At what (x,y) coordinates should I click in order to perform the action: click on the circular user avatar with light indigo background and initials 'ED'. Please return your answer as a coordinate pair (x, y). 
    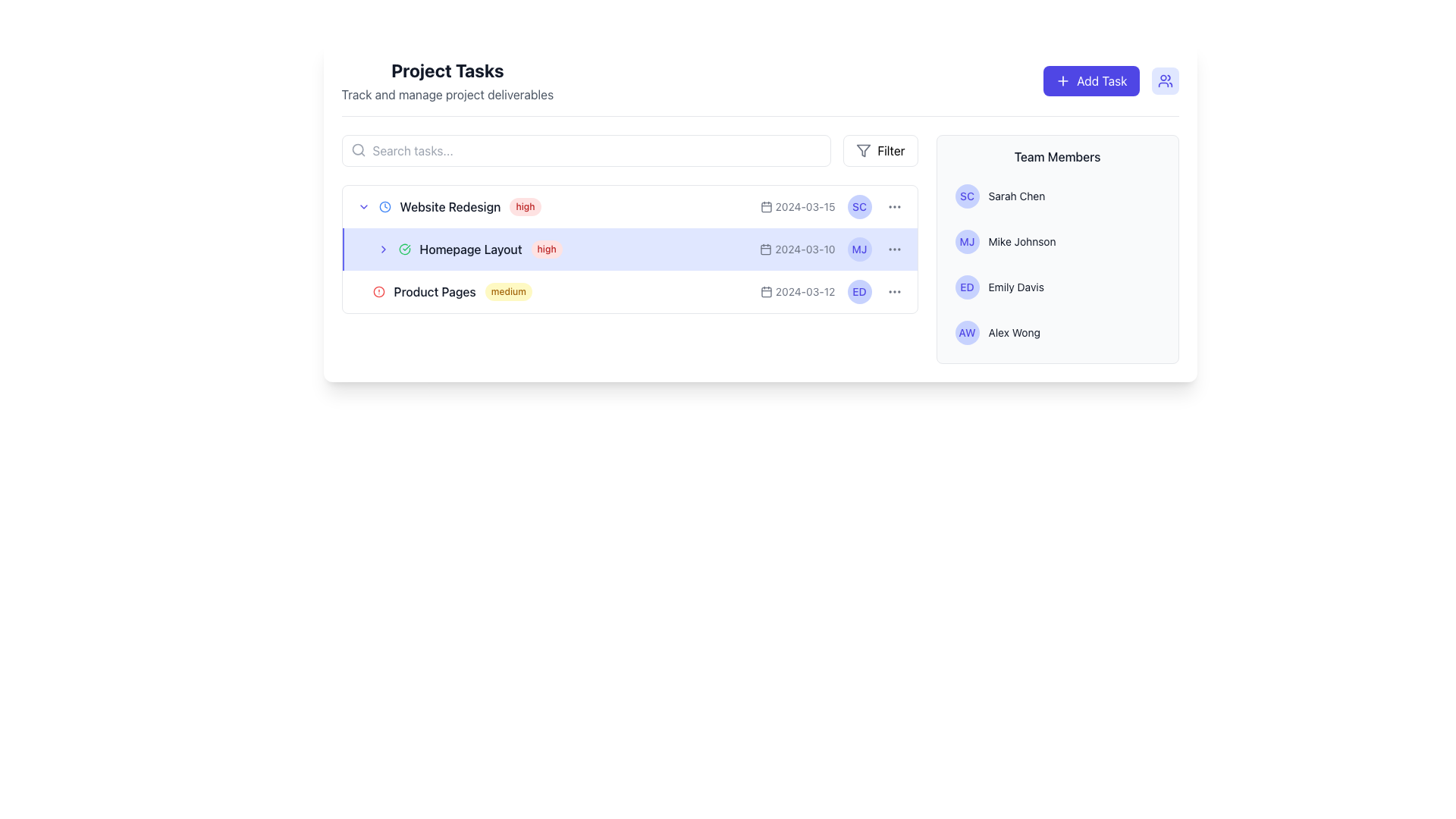
    Looking at the image, I should click on (859, 292).